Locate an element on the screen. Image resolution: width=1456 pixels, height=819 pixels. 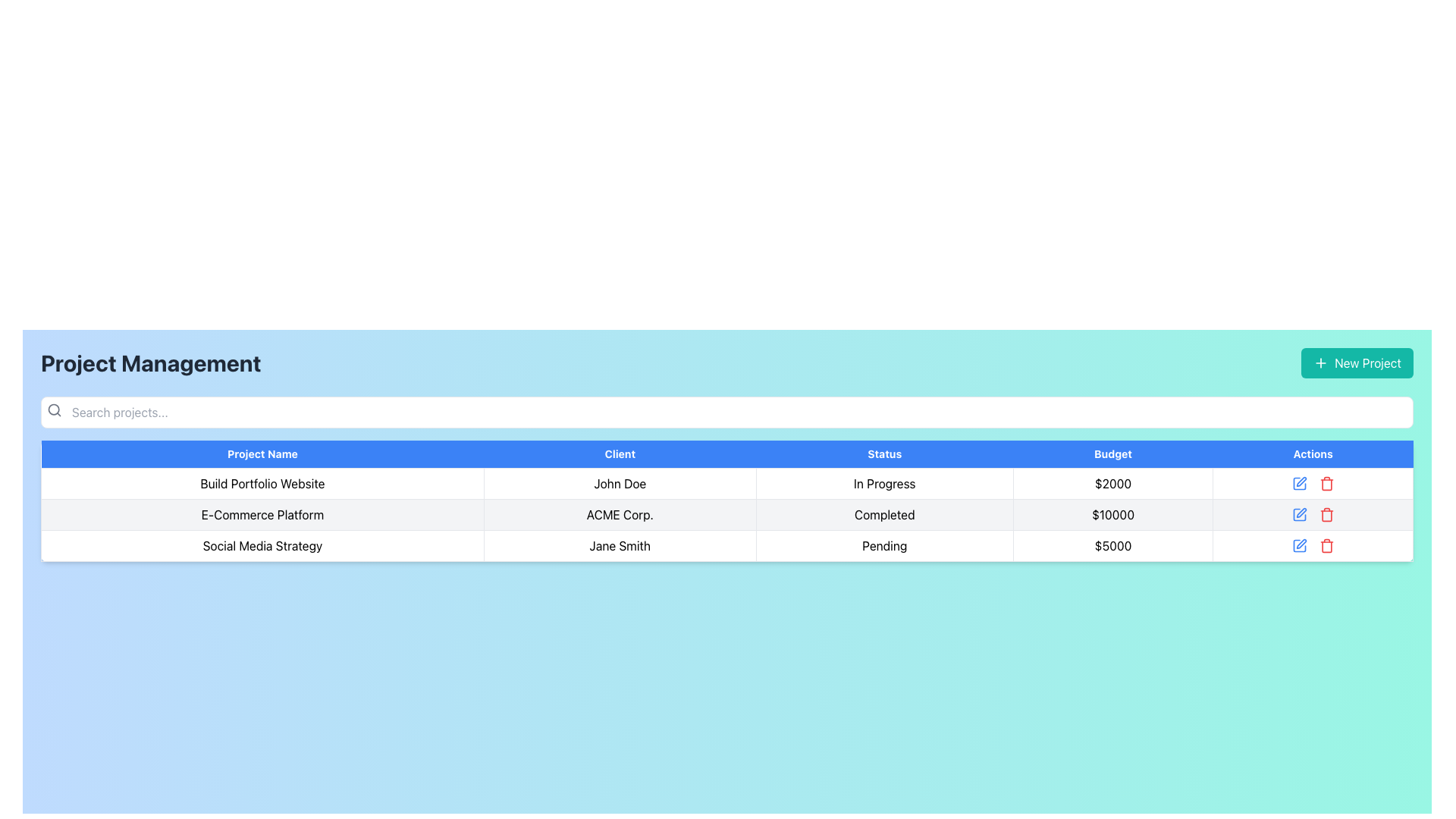
the second table cell displaying the client name for the project 'Build Portfolio Website' is located at coordinates (620, 483).